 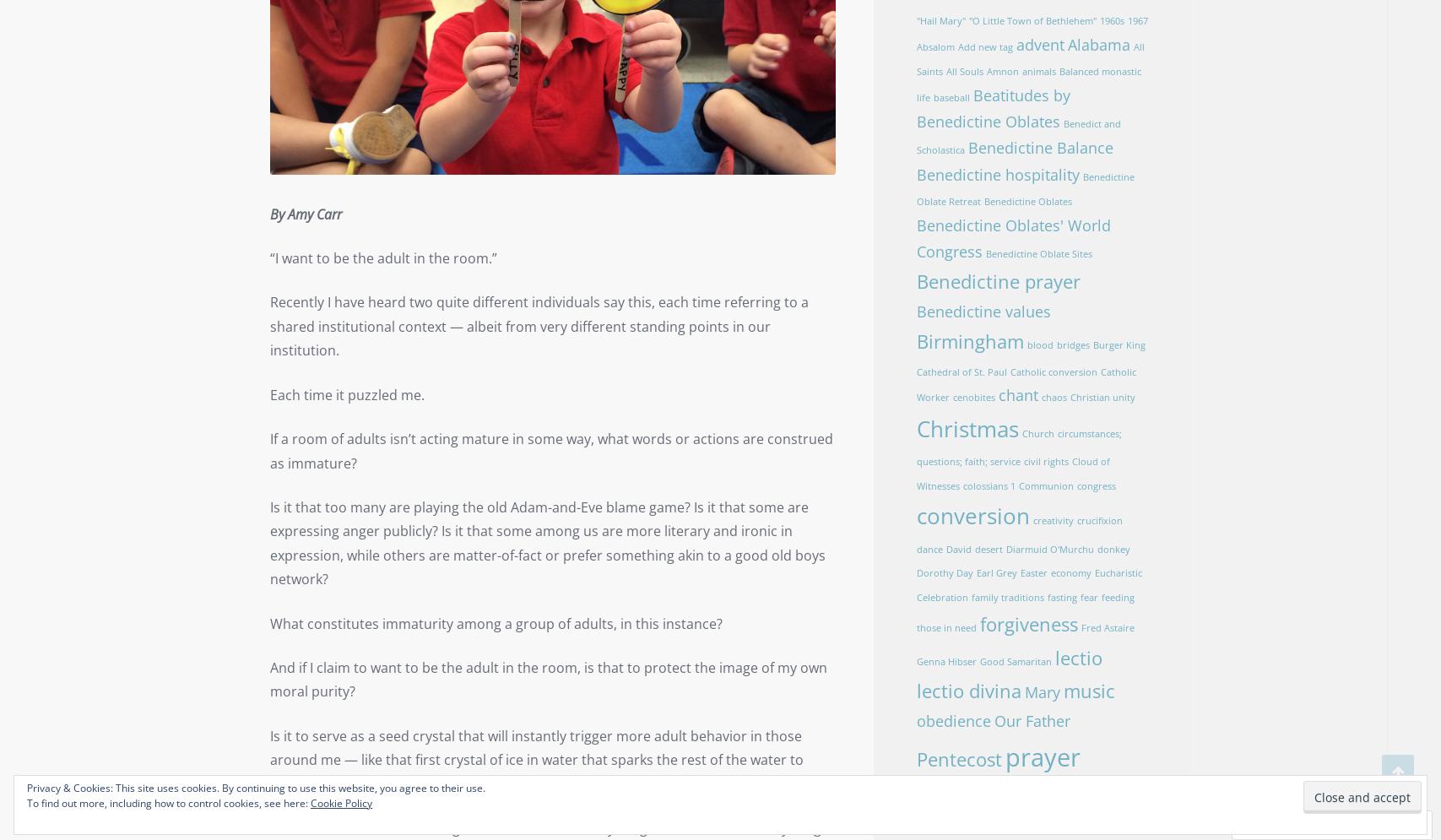 What do you see at coordinates (1027, 84) in the screenshot?
I see `'Balanced monastic life'` at bounding box center [1027, 84].